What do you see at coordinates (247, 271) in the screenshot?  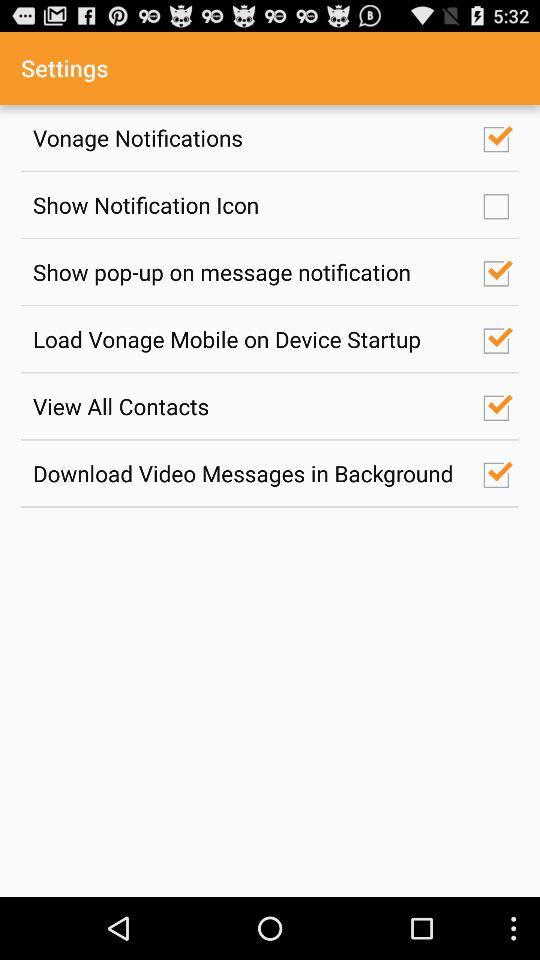 I see `icon above the load vonage mobile icon` at bounding box center [247, 271].